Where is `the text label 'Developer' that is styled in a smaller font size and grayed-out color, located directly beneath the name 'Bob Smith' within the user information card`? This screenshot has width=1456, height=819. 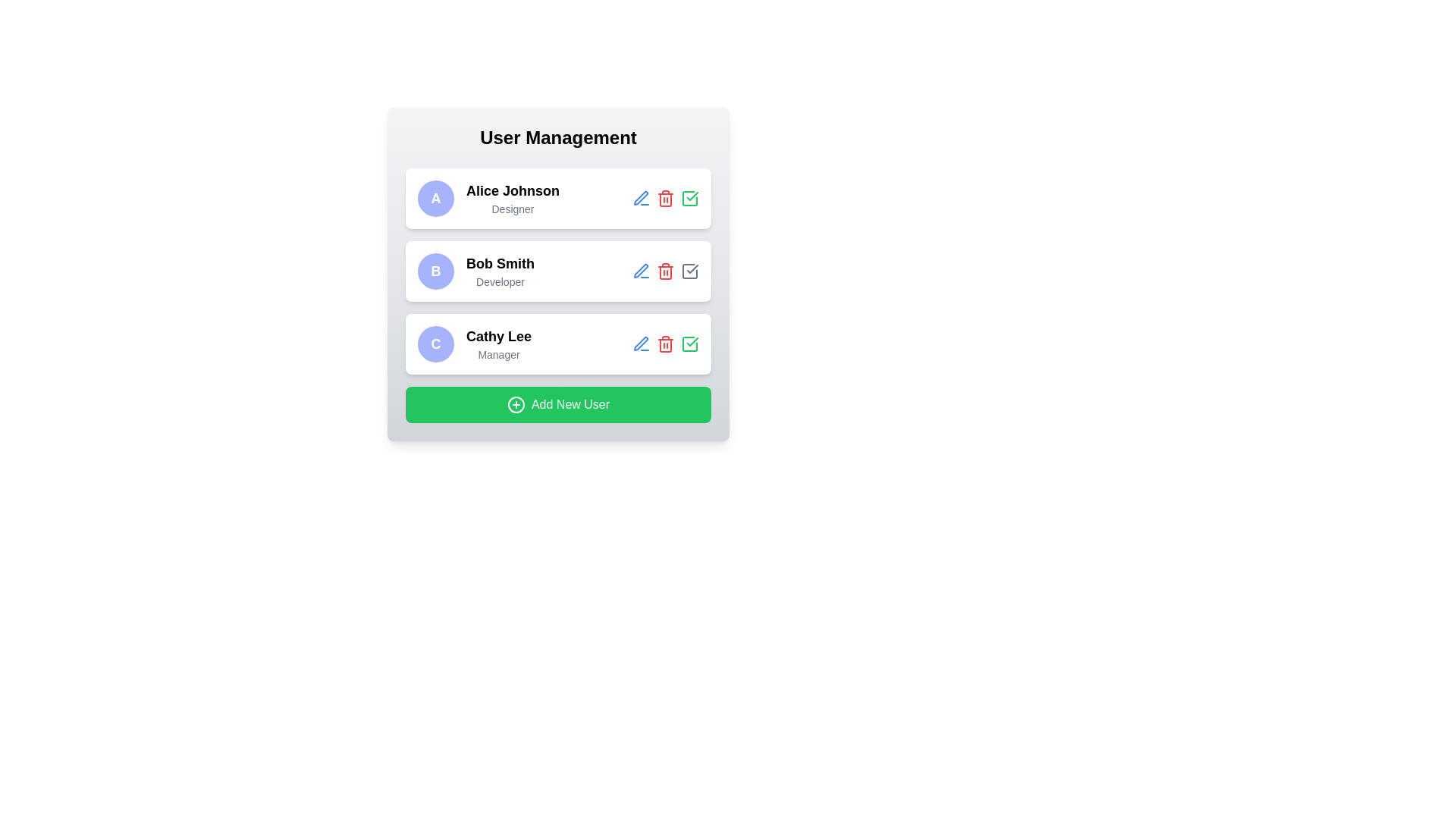 the text label 'Developer' that is styled in a smaller font size and grayed-out color, located directly beneath the name 'Bob Smith' within the user information card is located at coordinates (500, 281).